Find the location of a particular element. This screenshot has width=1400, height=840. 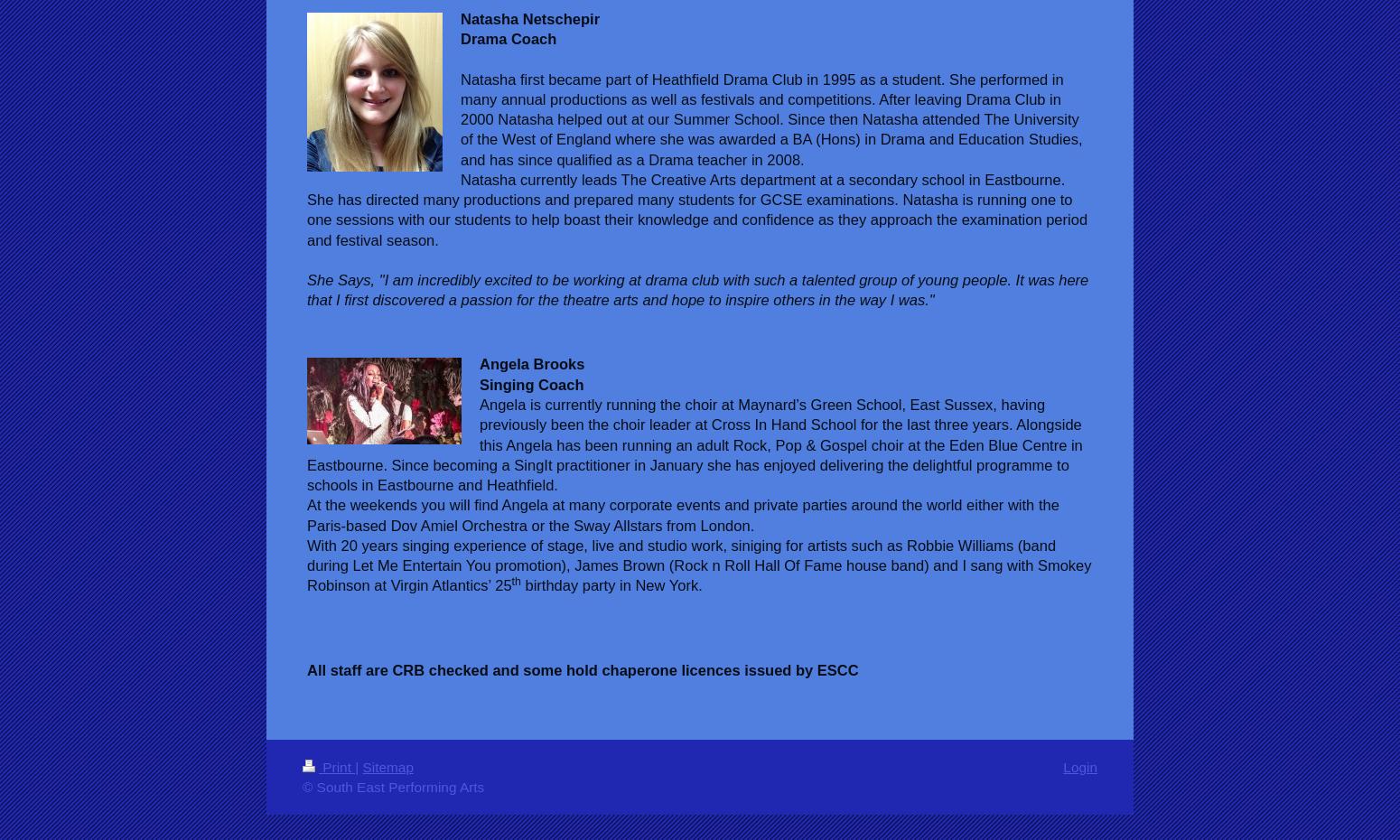

'Drama Coach' is located at coordinates (508, 37).